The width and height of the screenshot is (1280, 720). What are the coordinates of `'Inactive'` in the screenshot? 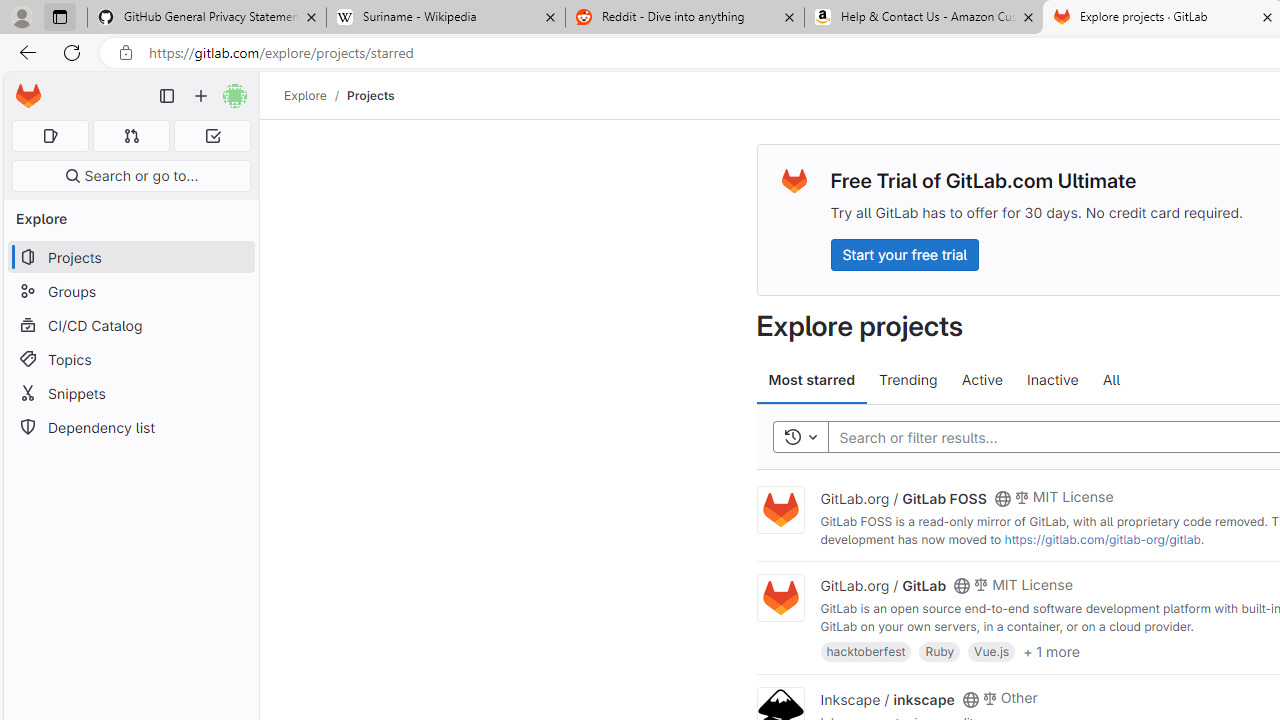 It's located at (1051, 380).